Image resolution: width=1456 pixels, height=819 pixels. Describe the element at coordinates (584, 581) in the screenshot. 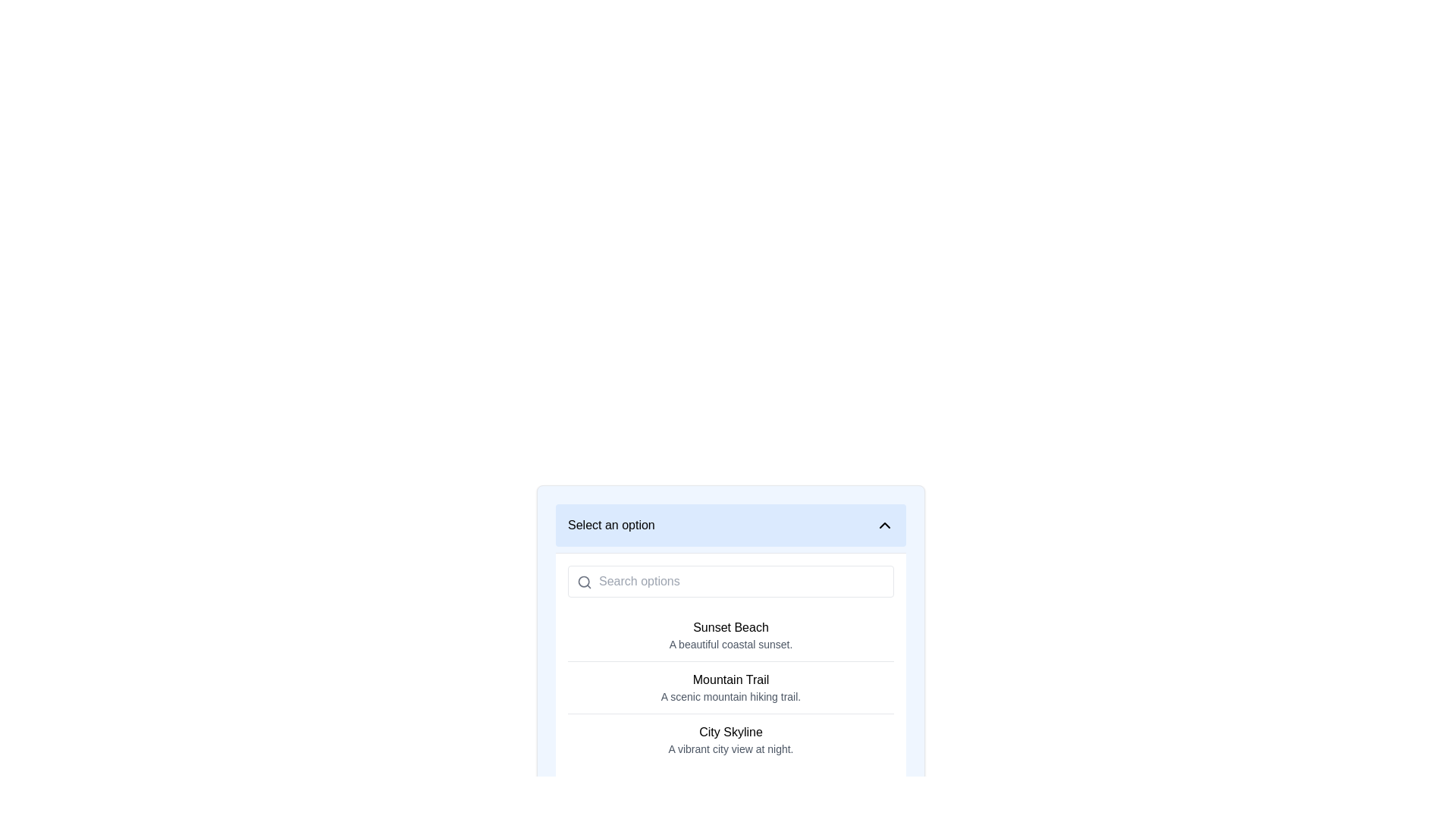

I see `the search icon located on the left side of the text input field, adjacent to the 'Search options' placeholder` at that location.